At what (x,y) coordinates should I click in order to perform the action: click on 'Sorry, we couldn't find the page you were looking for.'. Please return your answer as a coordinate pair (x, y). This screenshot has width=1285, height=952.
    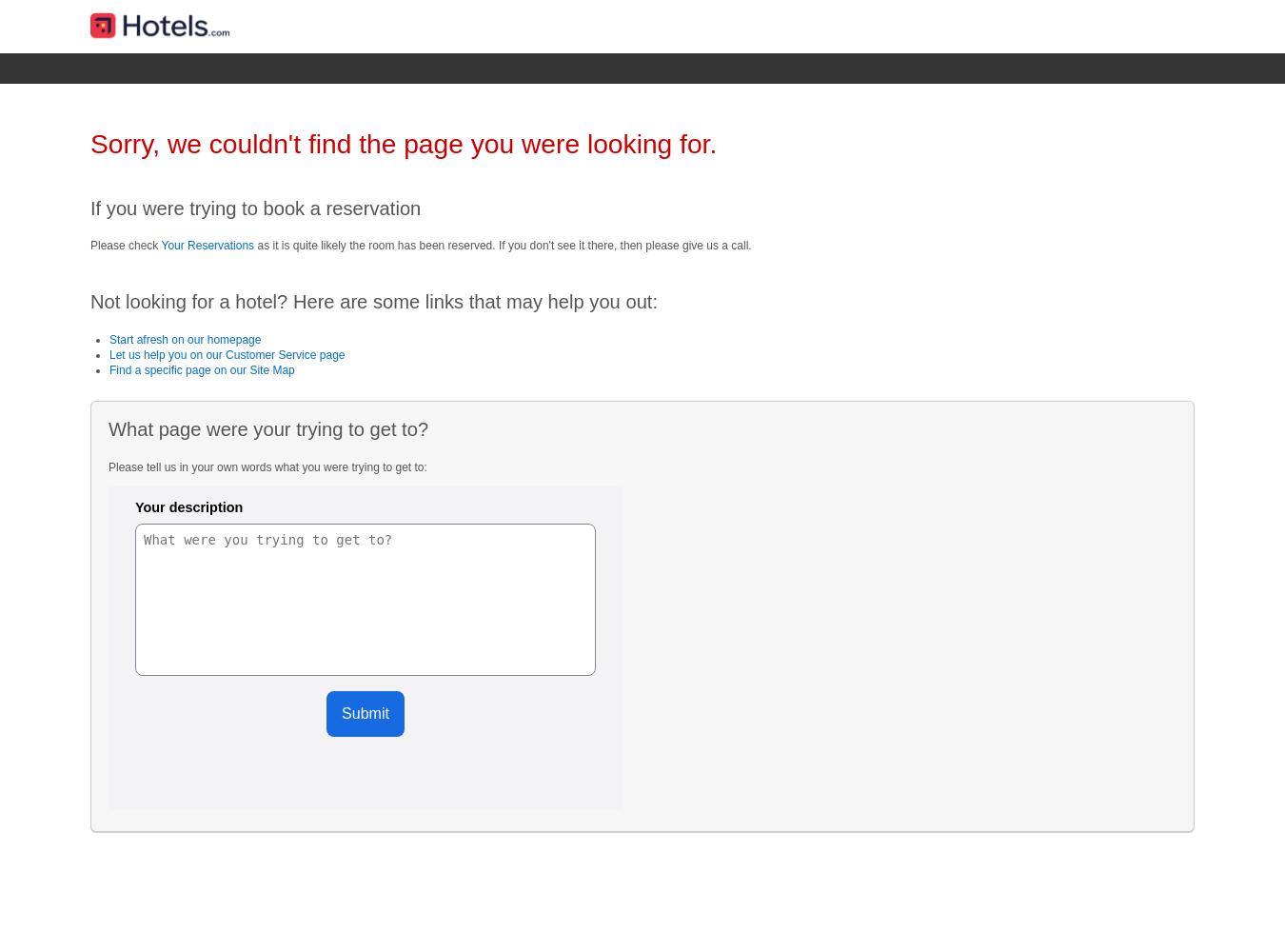
    Looking at the image, I should click on (404, 144).